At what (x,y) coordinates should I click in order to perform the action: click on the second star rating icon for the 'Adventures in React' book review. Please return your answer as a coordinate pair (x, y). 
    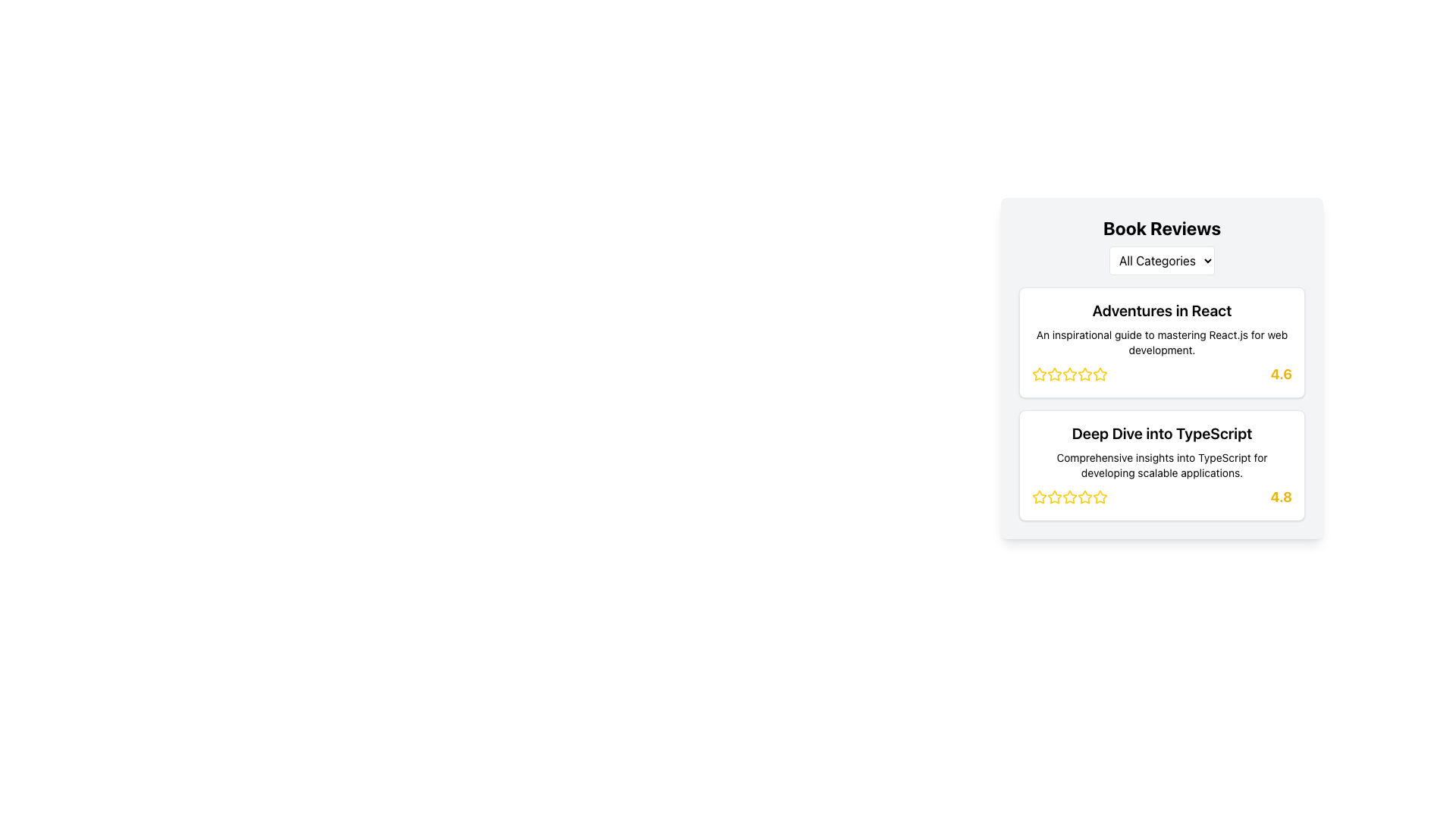
    Looking at the image, I should click on (1068, 374).